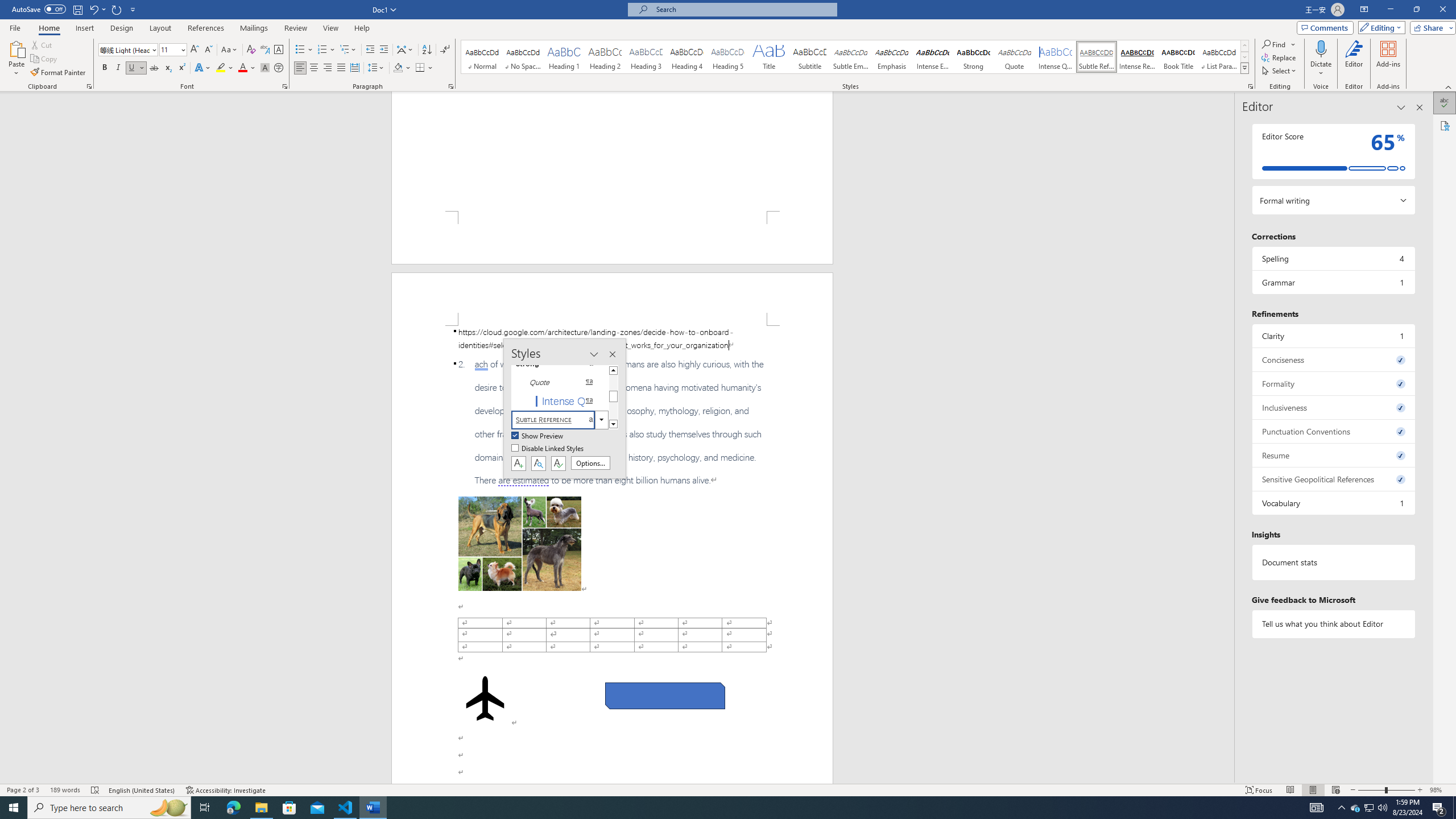  I want to click on 'Distributed', so click(354, 67).